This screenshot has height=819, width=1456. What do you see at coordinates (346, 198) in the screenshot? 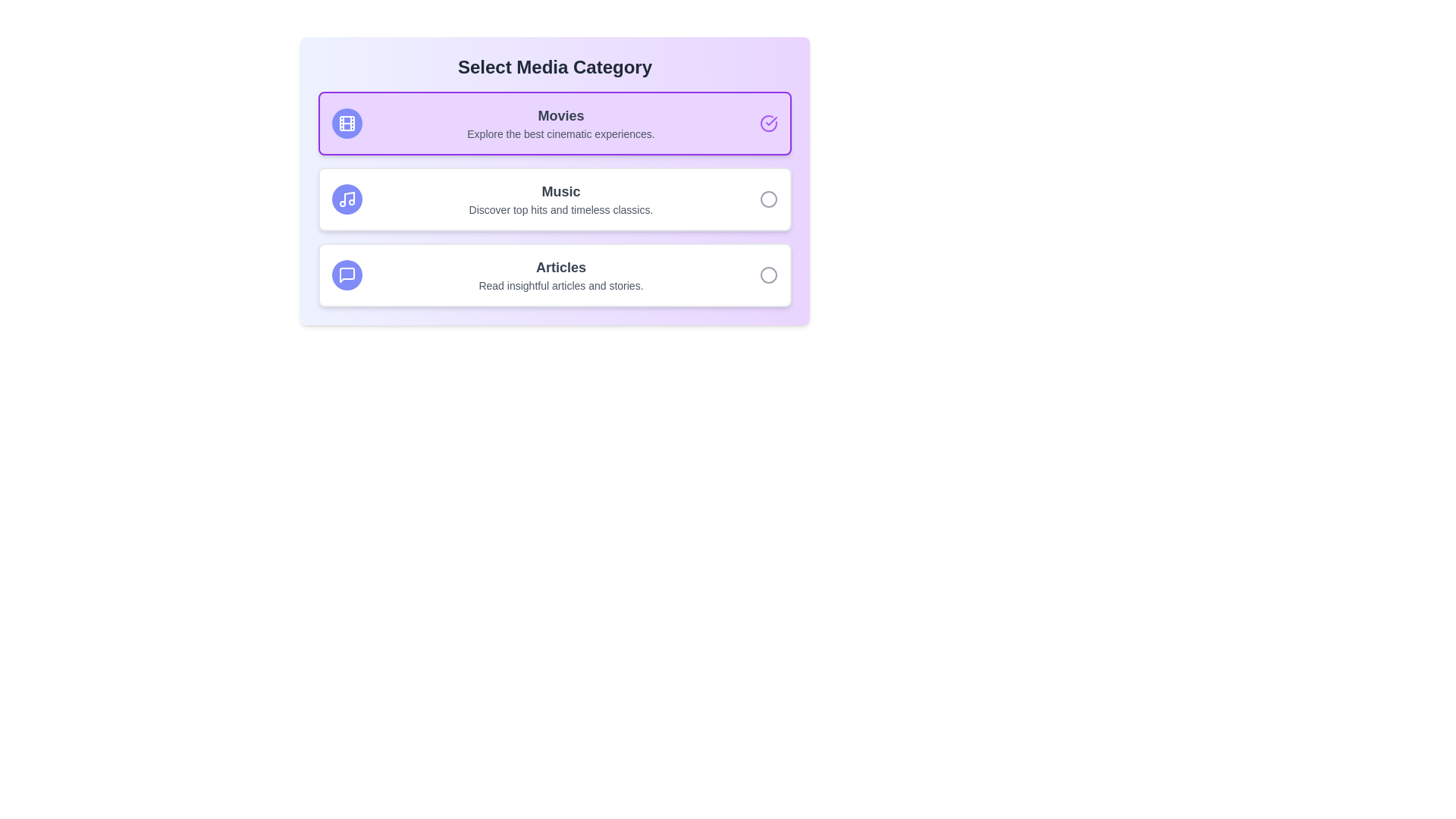
I see `the circular icon with a musical note symbol inside, which is located in the 'Music' section of the media category selection interface, positioned on the left side of the title 'Music'` at bounding box center [346, 198].